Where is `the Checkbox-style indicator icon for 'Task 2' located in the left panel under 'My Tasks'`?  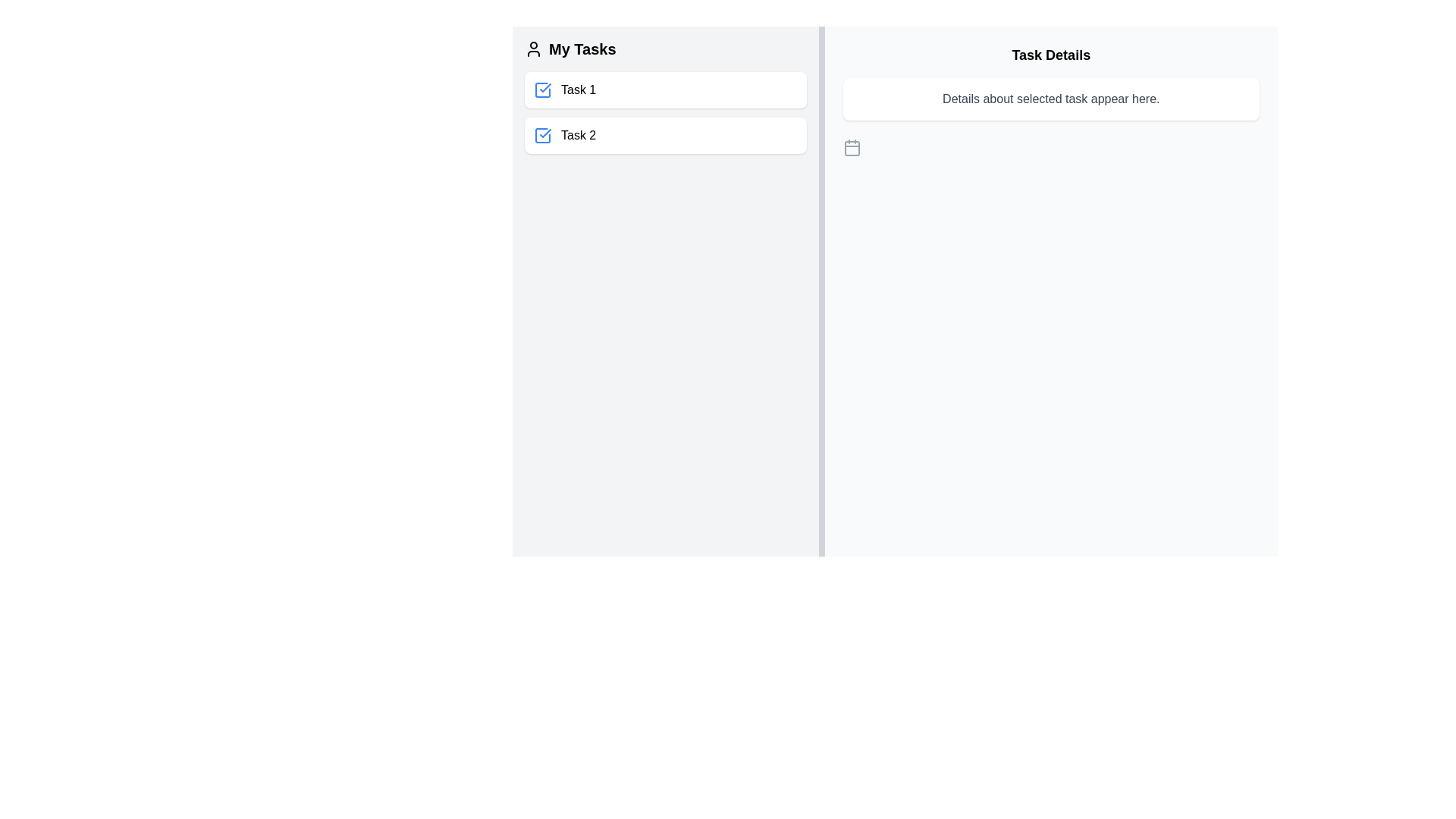 the Checkbox-style indicator icon for 'Task 2' located in the left panel under 'My Tasks' is located at coordinates (542, 134).